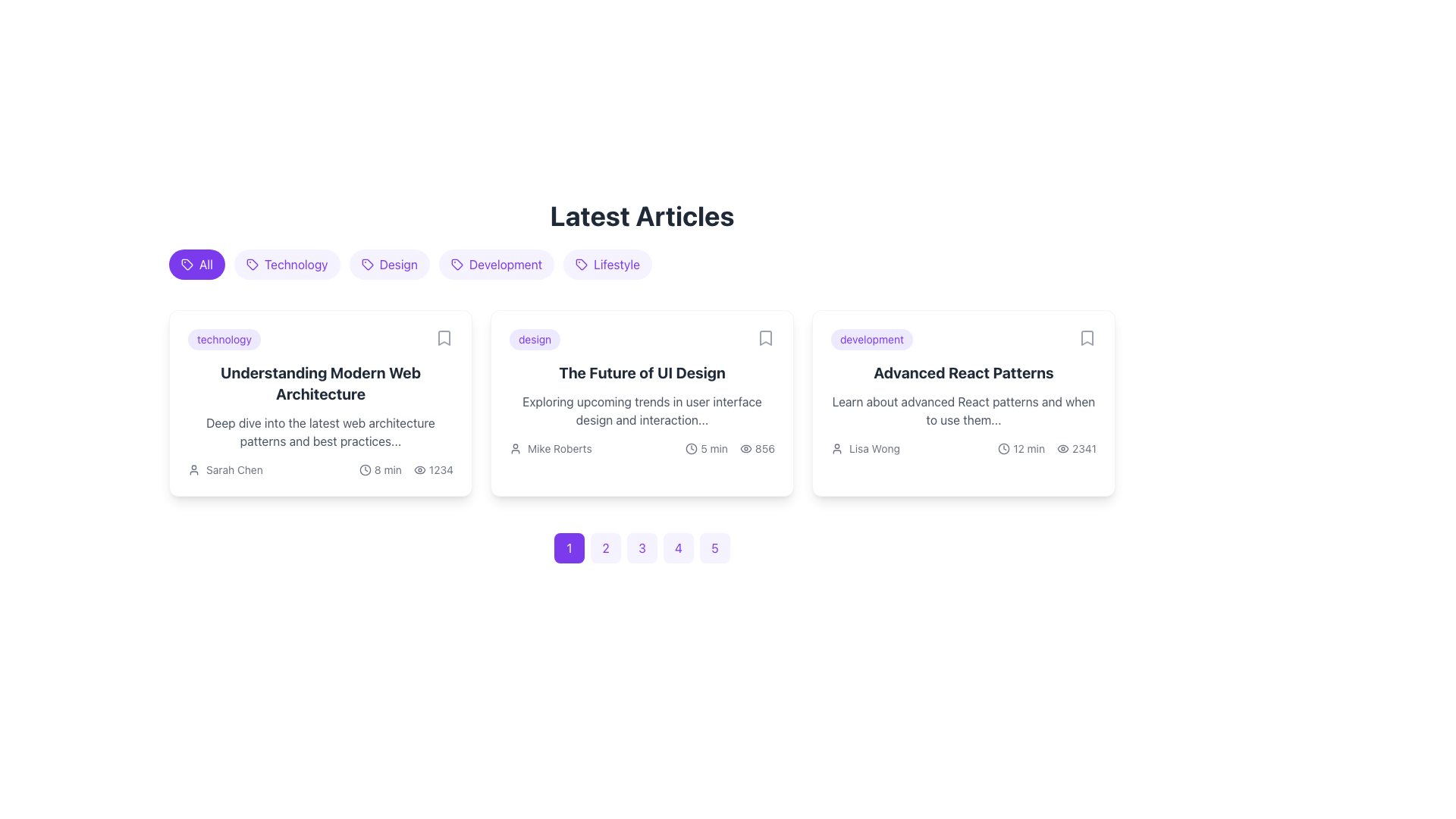  I want to click on the text block containing the description 'Deep dive into the latest web architecture patterns and best practices...' which is located below the title 'Understanding Modern Web Architecture', so click(319, 432).